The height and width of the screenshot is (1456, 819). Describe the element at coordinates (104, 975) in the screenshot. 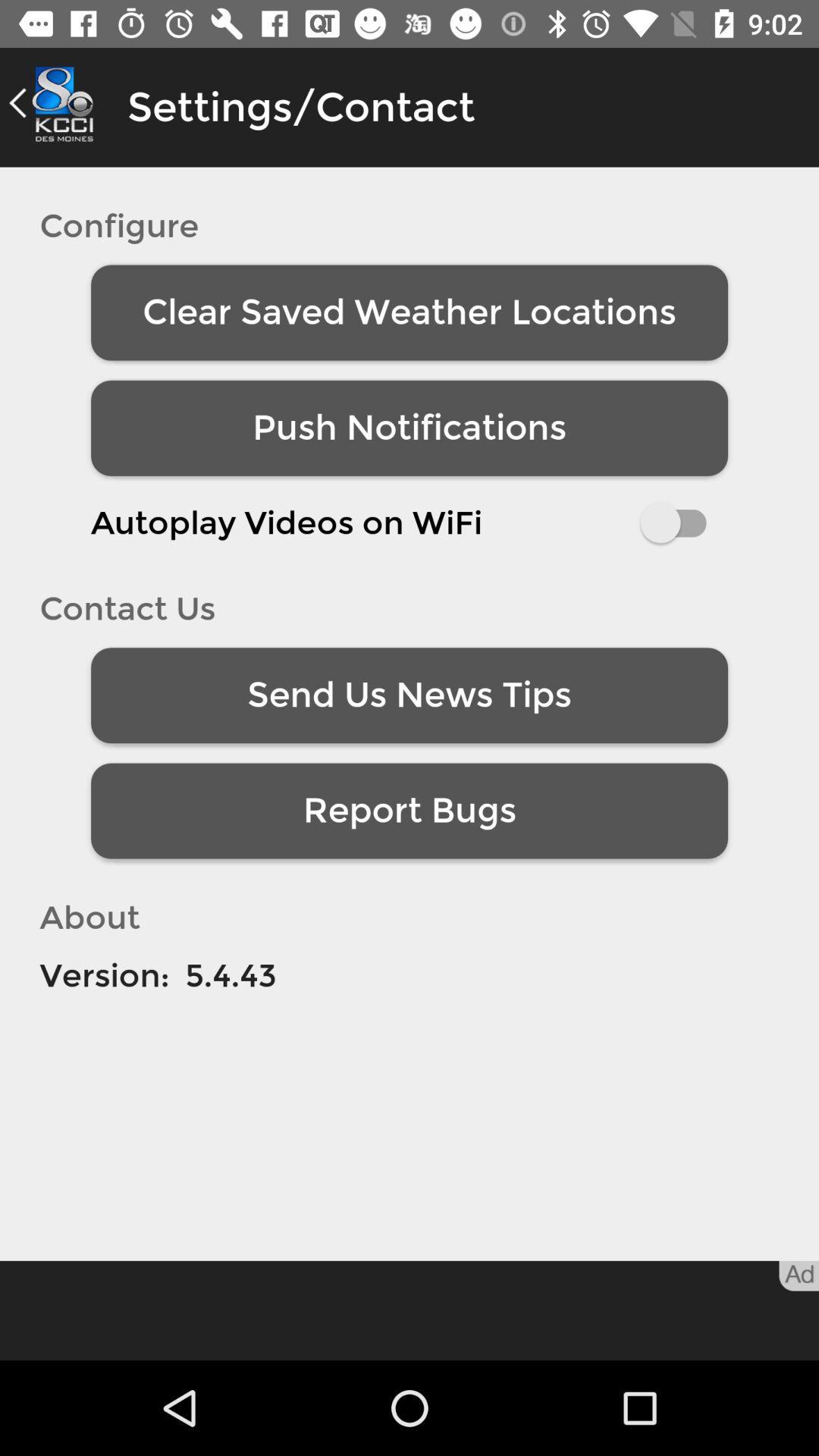

I see `the version: item` at that location.